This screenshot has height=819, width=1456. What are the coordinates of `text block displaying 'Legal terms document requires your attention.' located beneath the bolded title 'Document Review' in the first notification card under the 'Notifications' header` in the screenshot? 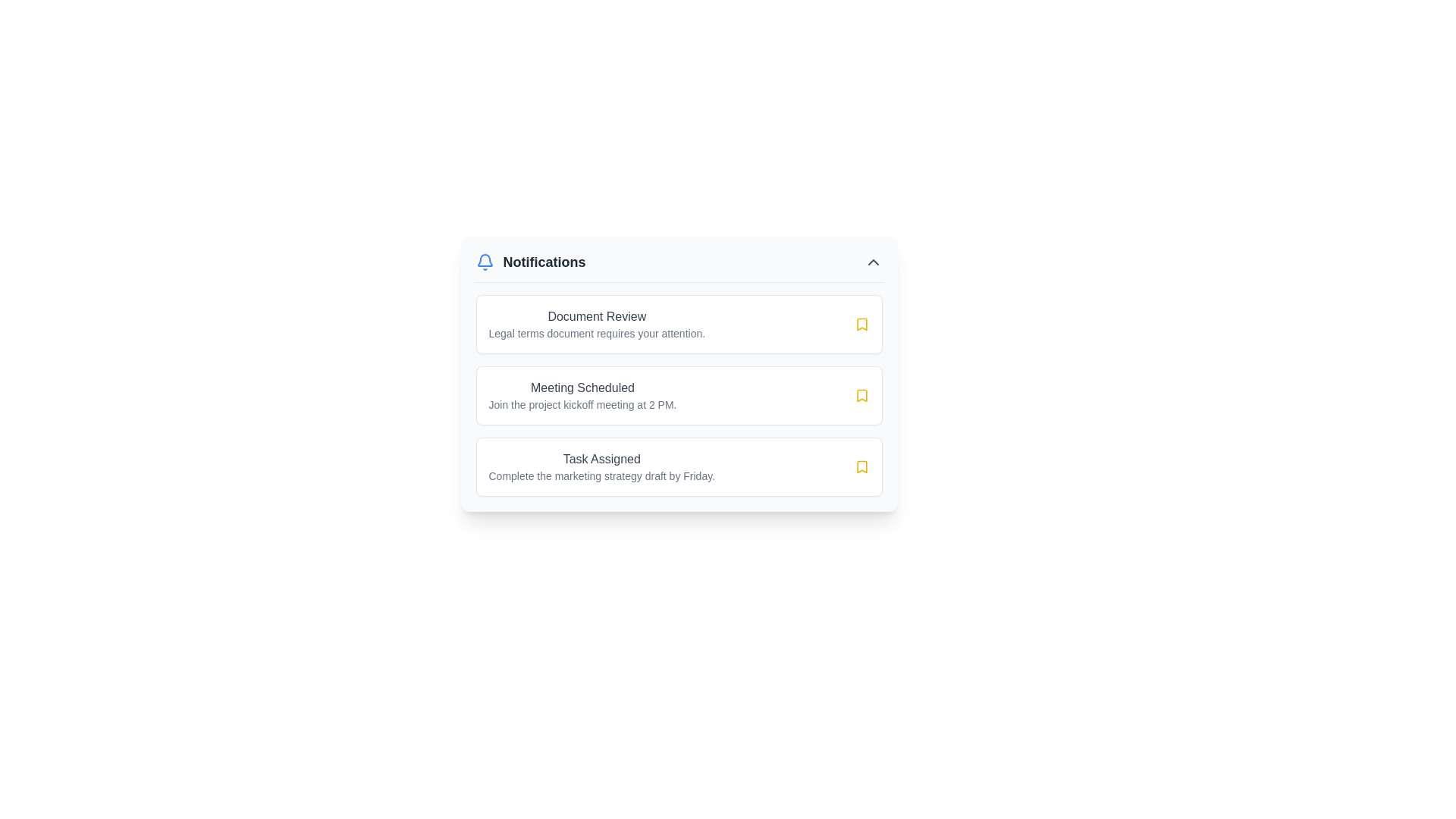 It's located at (596, 332).